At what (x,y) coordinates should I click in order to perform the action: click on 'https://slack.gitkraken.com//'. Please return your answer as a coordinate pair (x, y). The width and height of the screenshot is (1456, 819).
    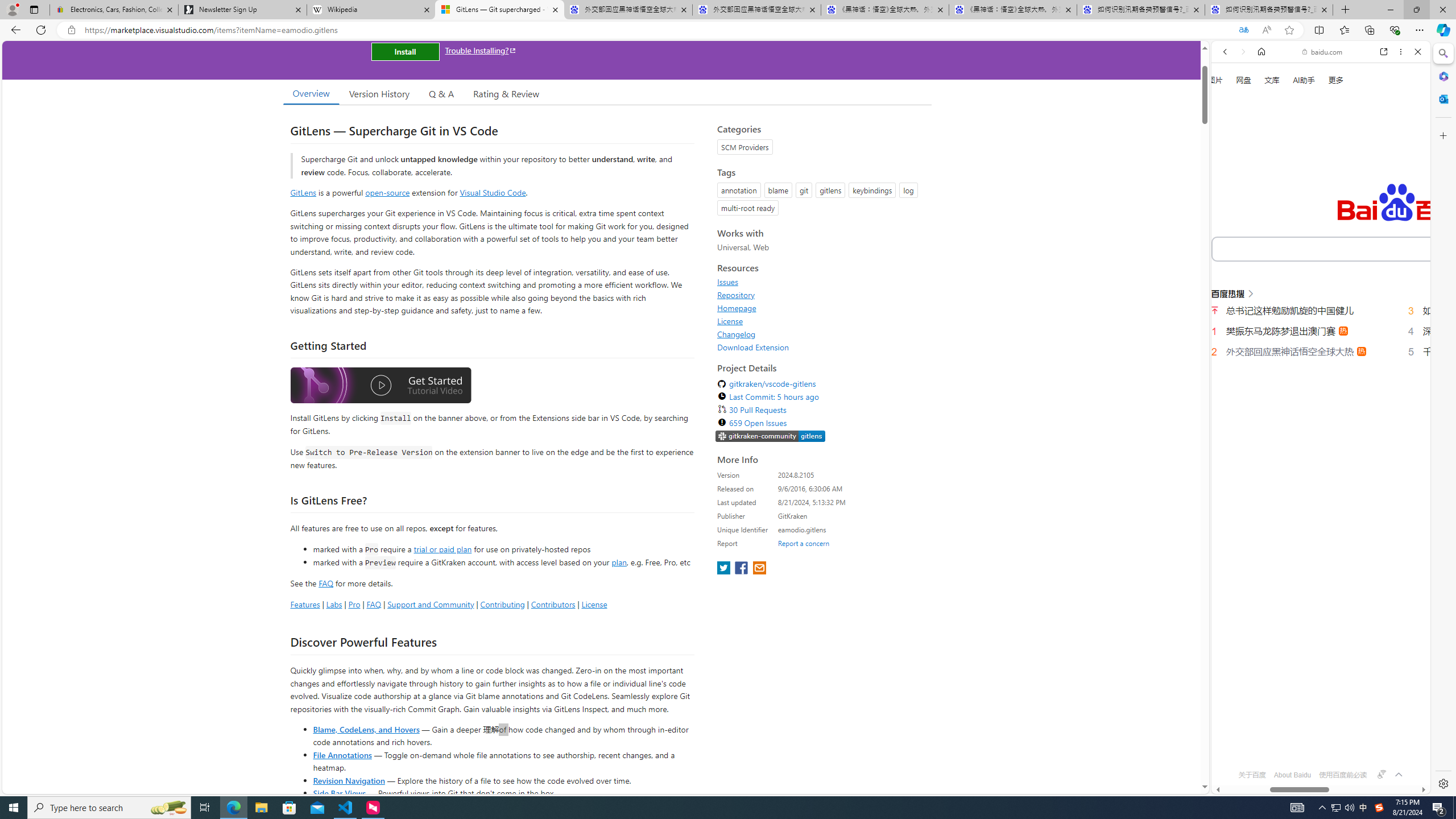
    Looking at the image, I should click on (770, 436).